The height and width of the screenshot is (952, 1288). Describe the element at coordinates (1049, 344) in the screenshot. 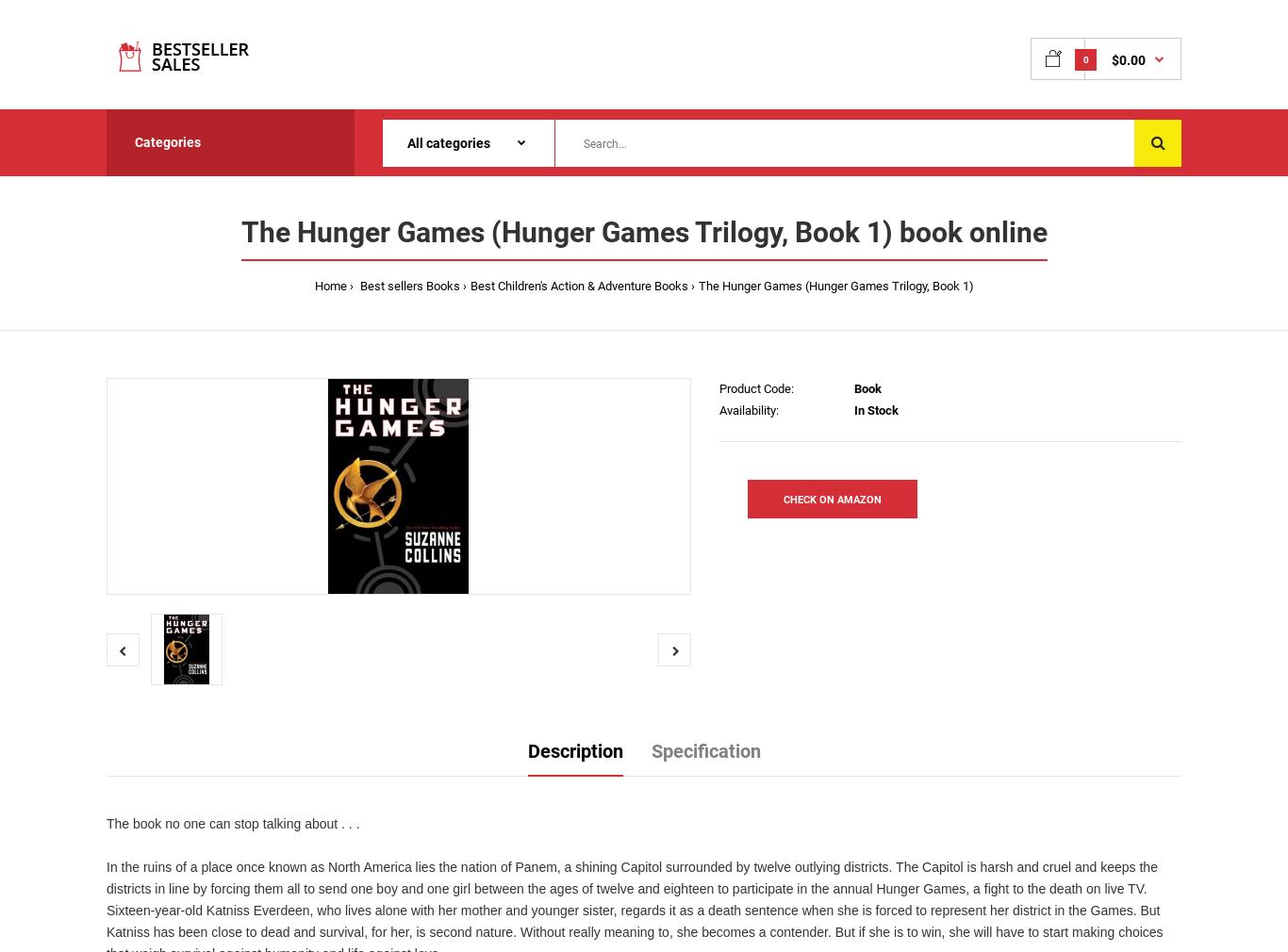

I see `'Best Mystery & Thrillers Movies'` at that location.